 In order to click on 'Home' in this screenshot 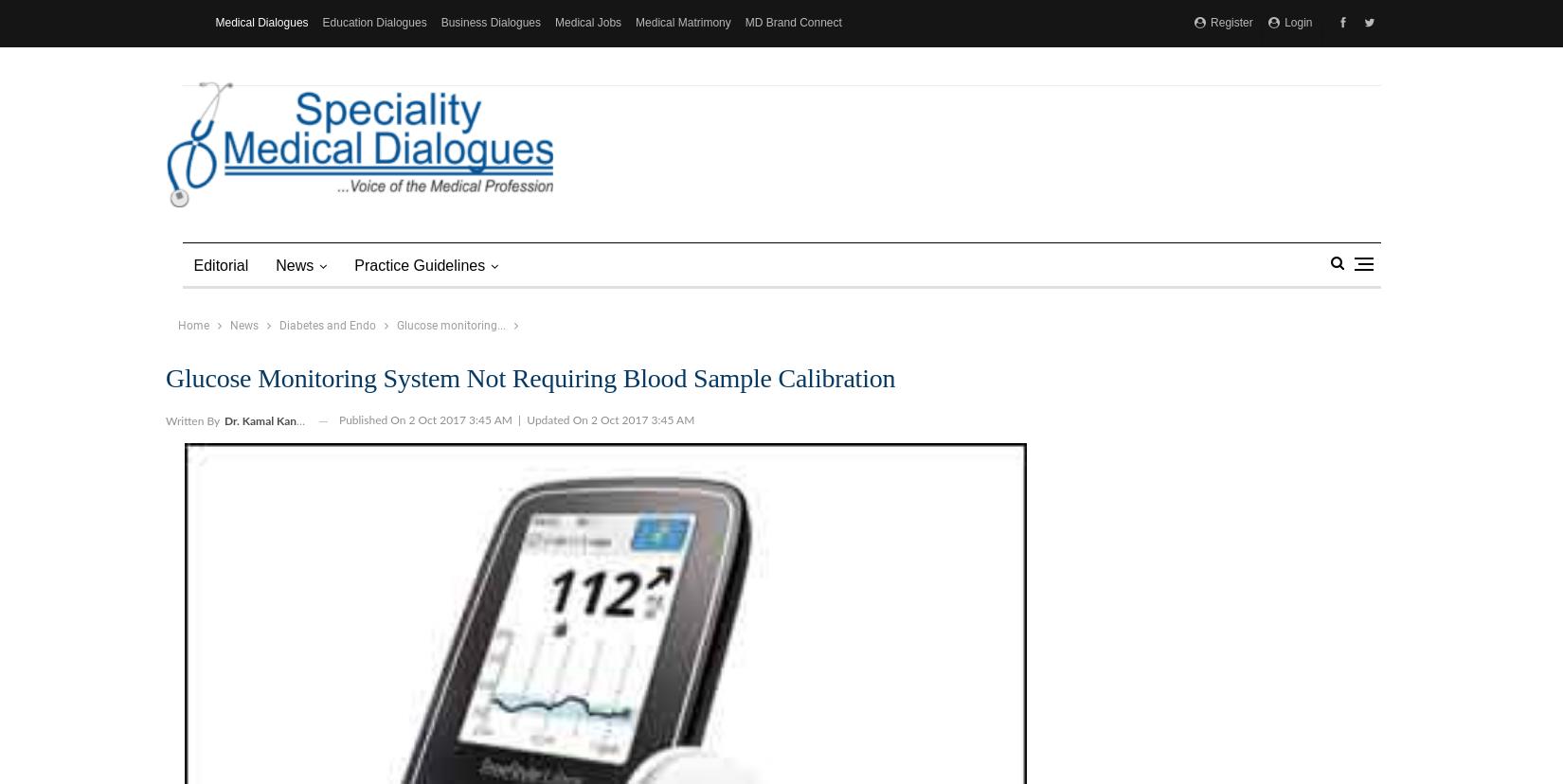, I will do `click(192, 324)`.